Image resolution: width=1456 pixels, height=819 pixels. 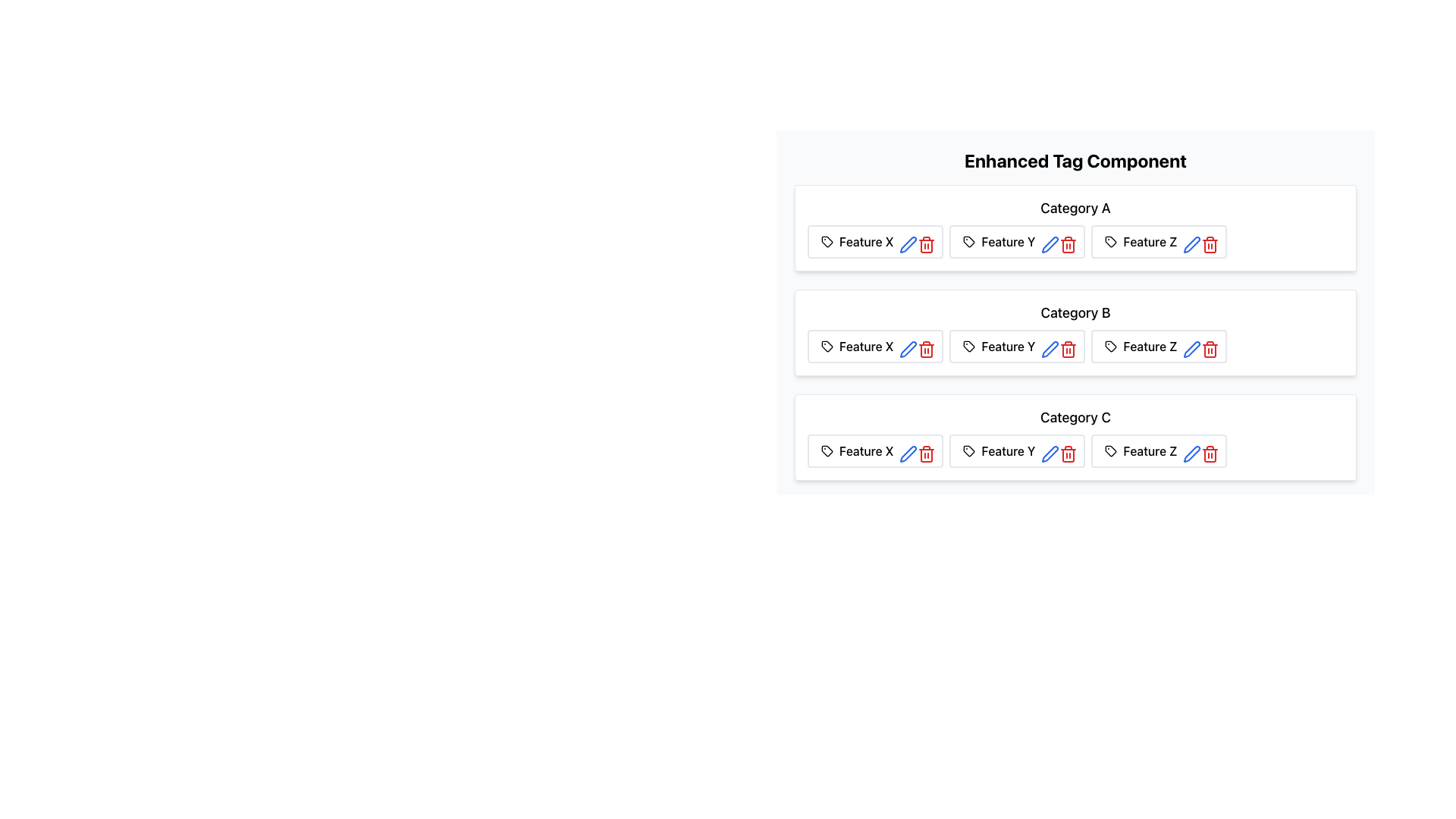 I want to click on to select the Badge labeled 'Feature X' with associated edit and delete icons, located under the header 'Category A.', so click(x=874, y=241).